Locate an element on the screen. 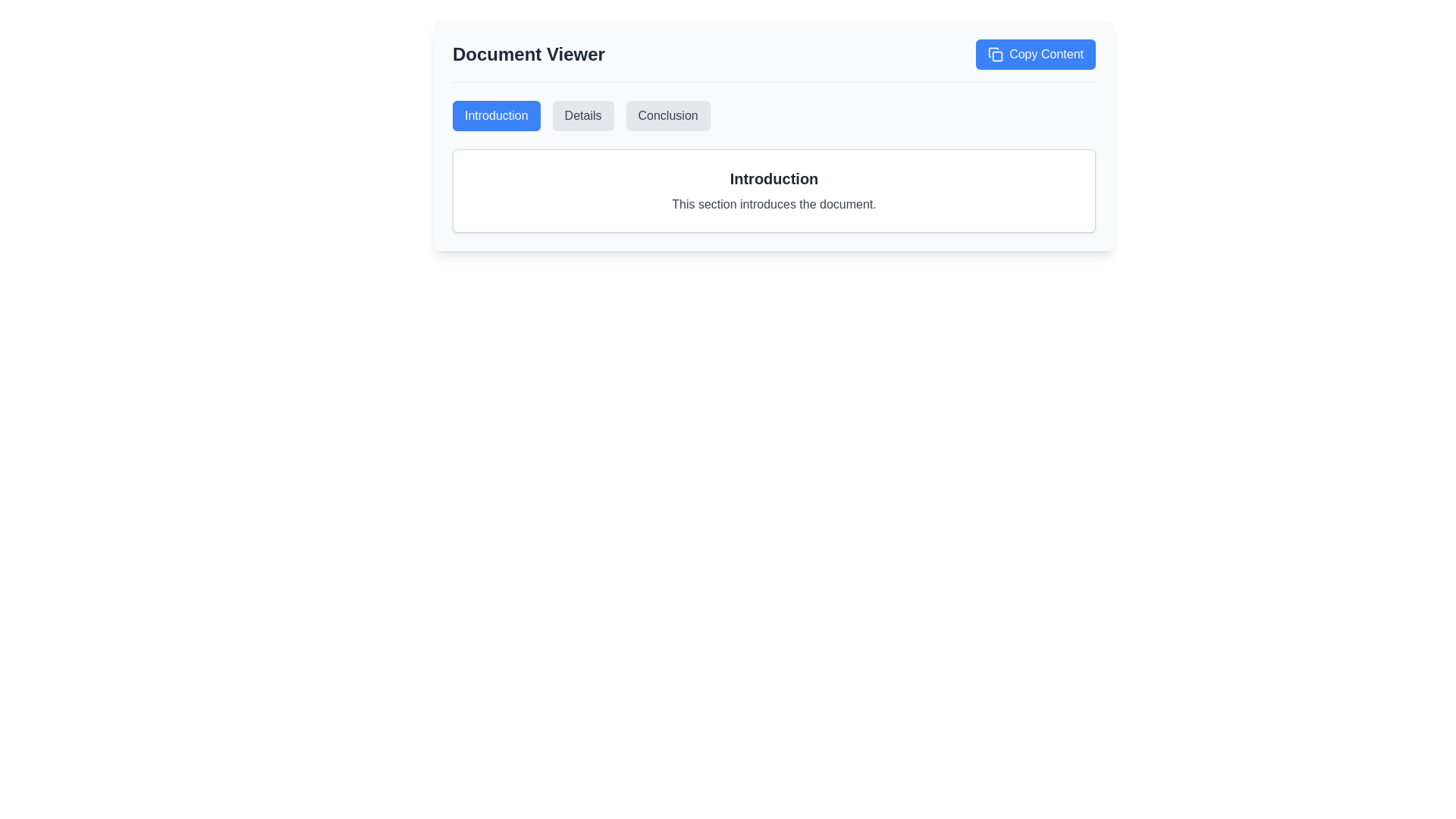 This screenshot has width=1456, height=819. the middle button labeled 'Details' is located at coordinates (582, 115).